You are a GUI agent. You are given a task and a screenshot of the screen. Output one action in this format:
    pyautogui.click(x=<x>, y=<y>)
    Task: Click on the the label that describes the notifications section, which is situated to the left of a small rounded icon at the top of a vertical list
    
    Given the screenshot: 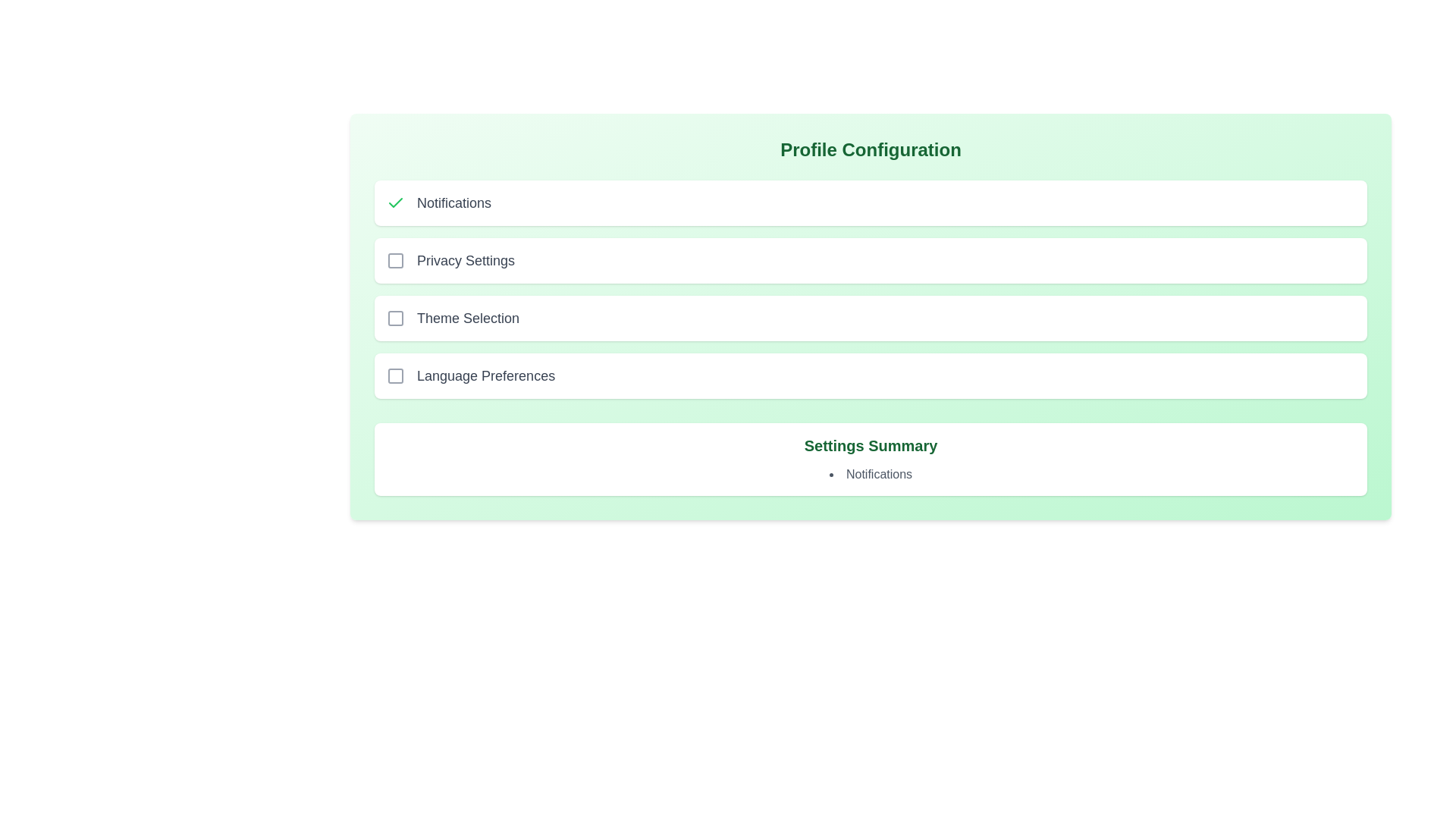 What is the action you would take?
    pyautogui.click(x=453, y=202)
    